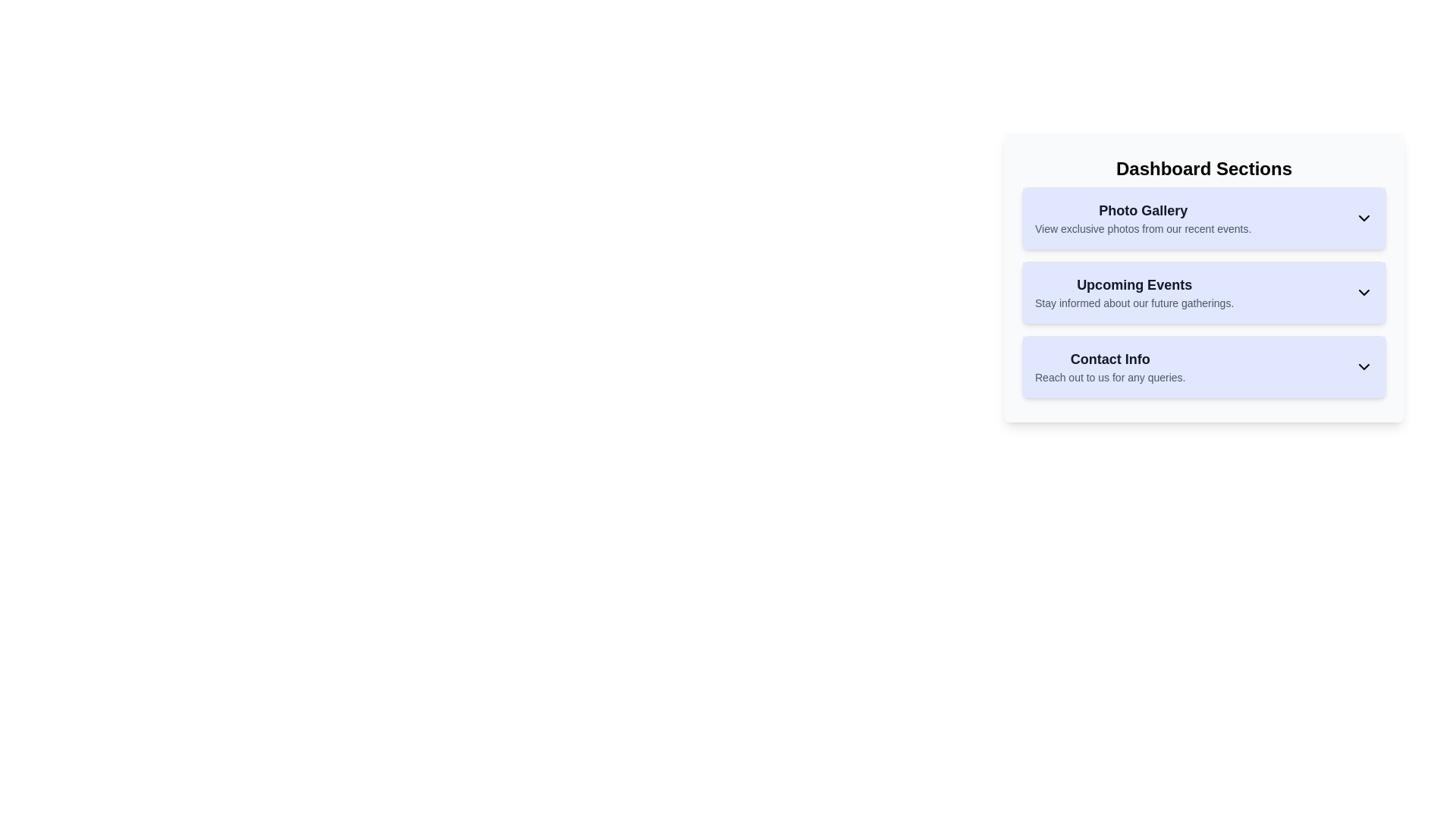 The height and width of the screenshot is (819, 1456). What do you see at coordinates (1364, 292) in the screenshot?
I see `the chevron icon used to expand or collapse additional information in the 'Upcoming Events' section, located to the far right of the text 'Stay informed about our future gatherings.'` at bounding box center [1364, 292].